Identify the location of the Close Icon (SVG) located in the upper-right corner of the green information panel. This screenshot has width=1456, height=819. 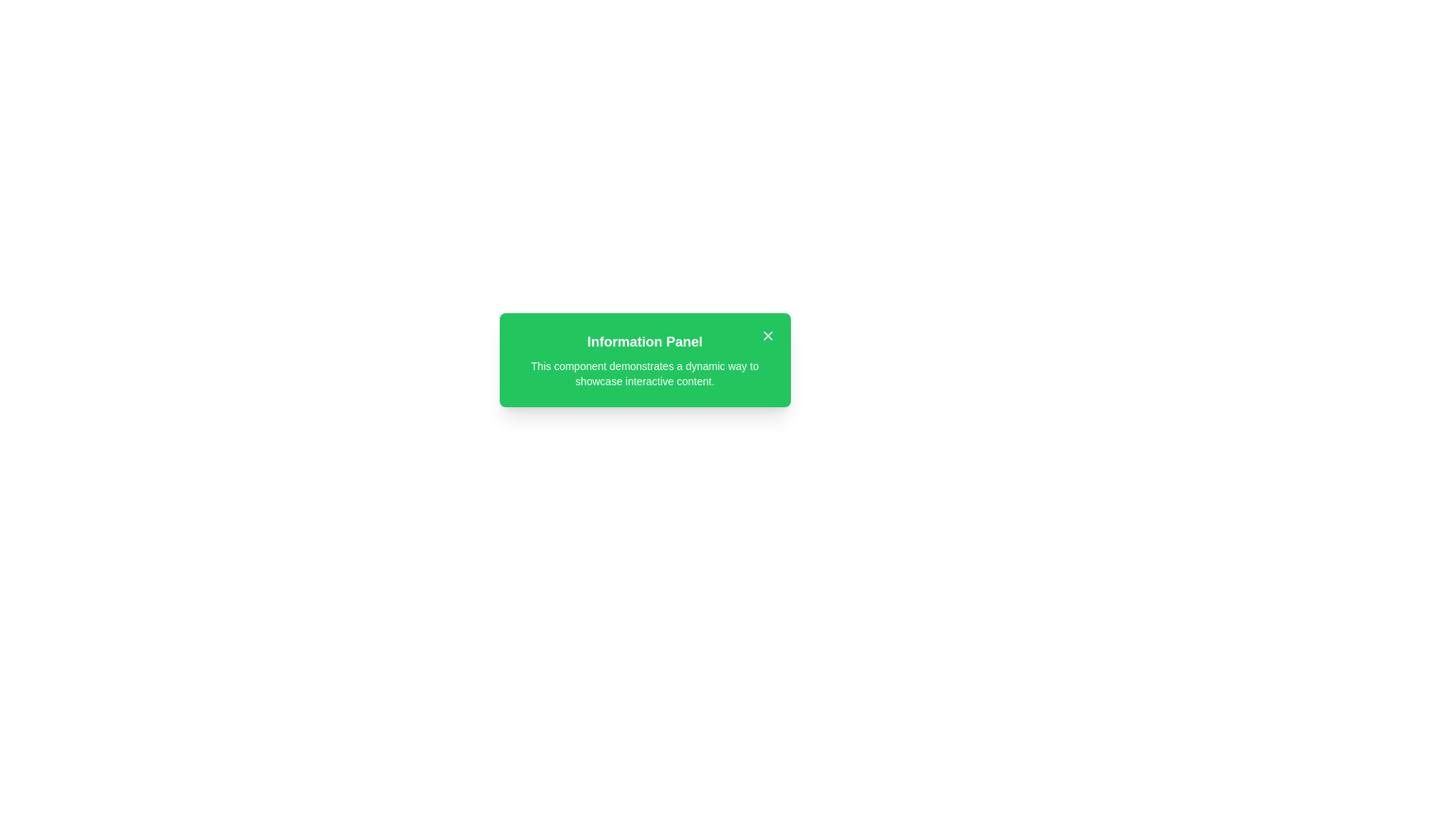
(767, 335).